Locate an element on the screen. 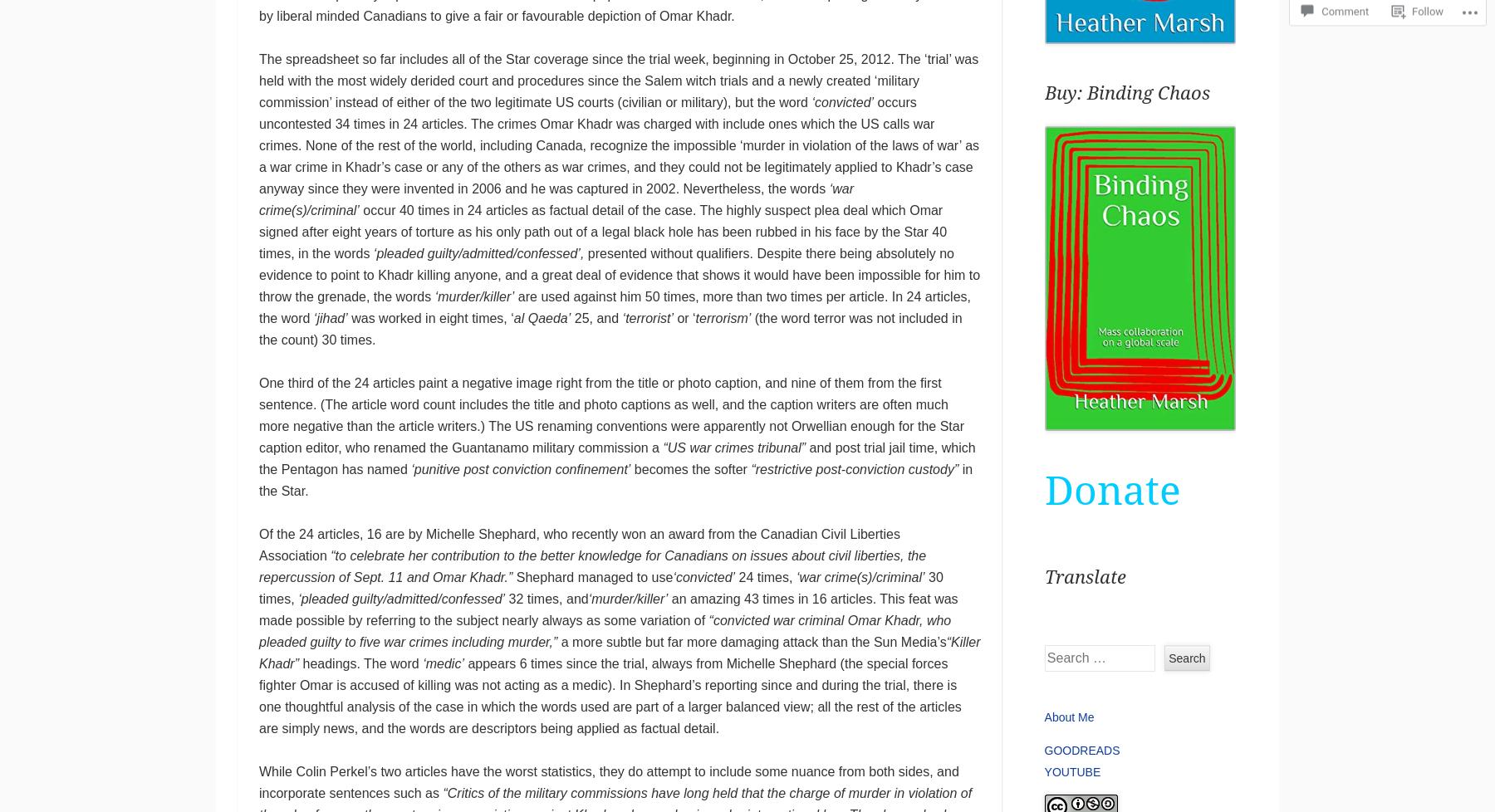 The image size is (1495, 812). 'Shephard managed to use' is located at coordinates (591, 577).